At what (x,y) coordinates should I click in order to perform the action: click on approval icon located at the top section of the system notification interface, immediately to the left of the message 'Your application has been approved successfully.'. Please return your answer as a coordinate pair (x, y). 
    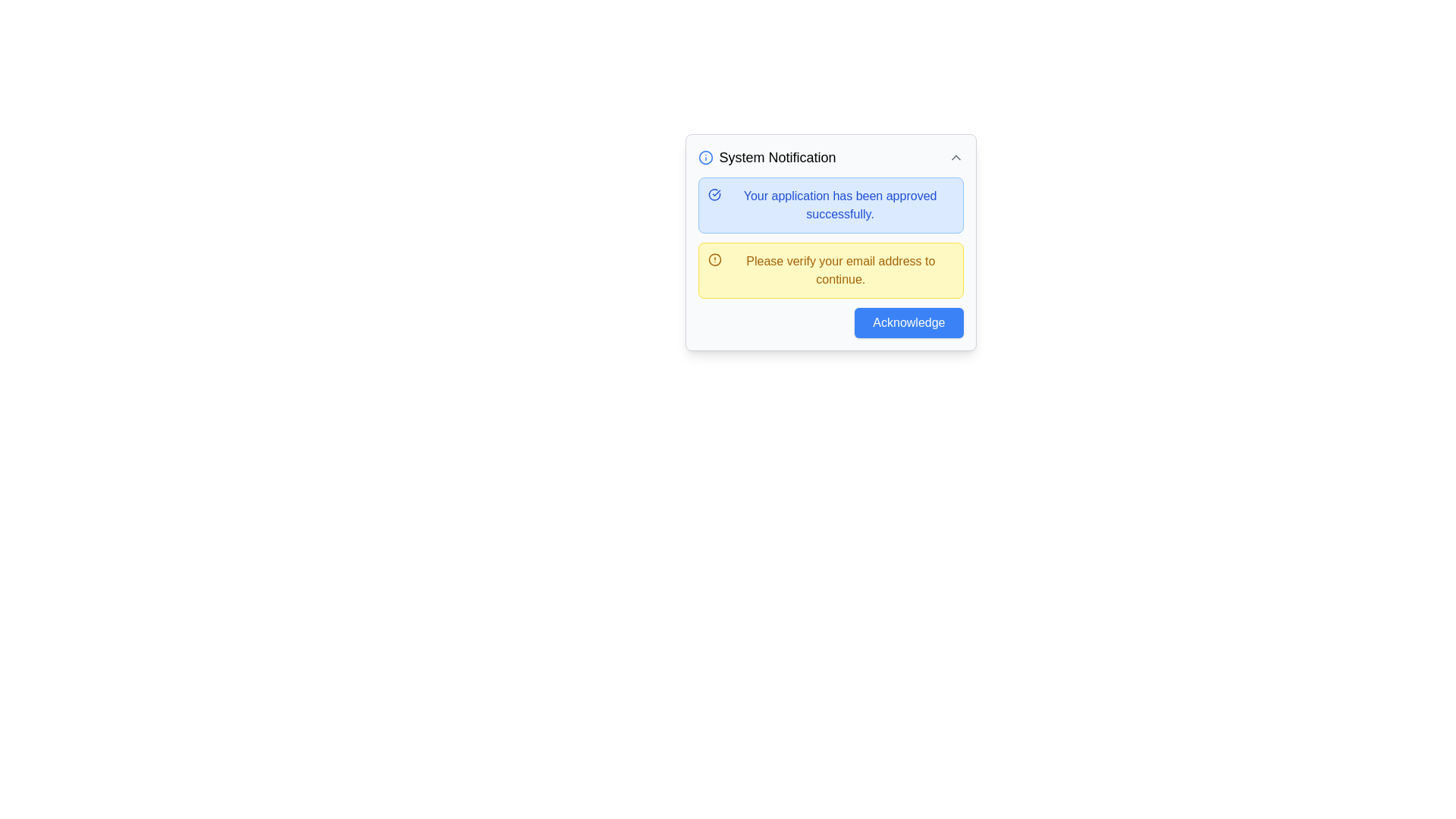
    Looking at the image, I should click on (714, 194).